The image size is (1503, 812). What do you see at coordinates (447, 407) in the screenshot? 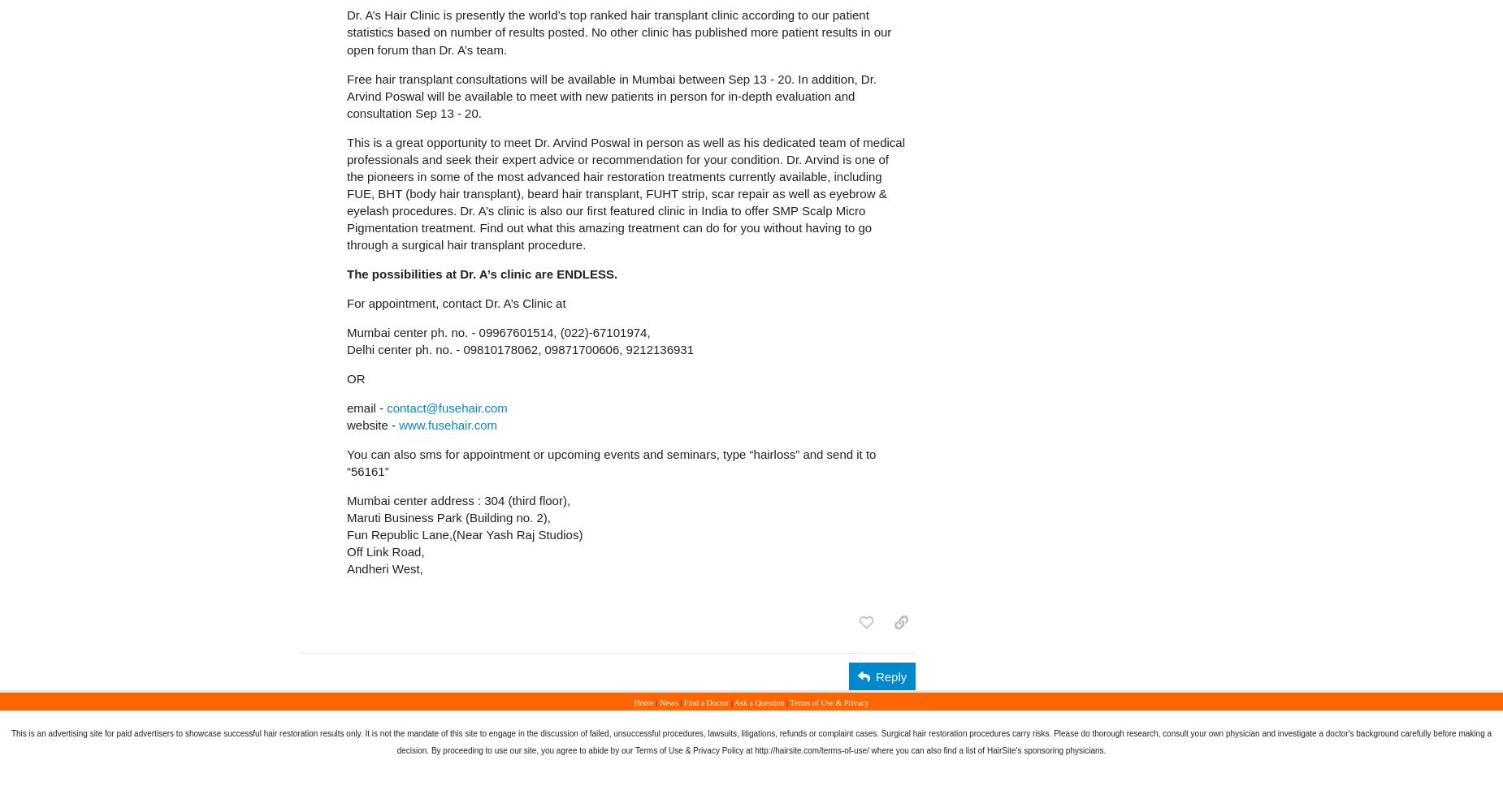
I see `'contact@fusehair.com'` at bounding box center [447, 407].